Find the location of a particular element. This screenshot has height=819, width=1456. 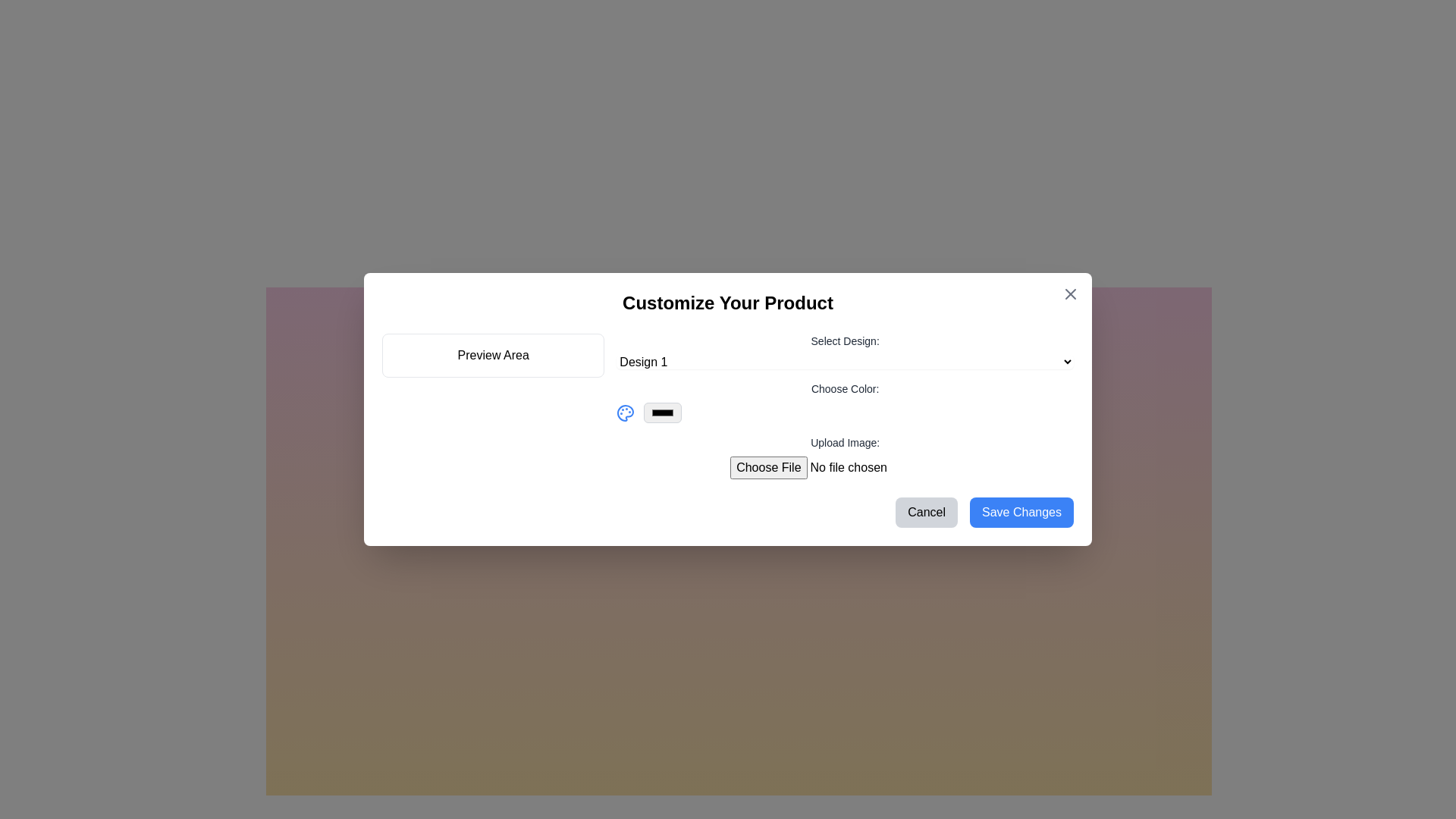

an option from the dropdown menu located at the top center of the form under the title 'Customize Your Product' is located at coordinates (844, 351).